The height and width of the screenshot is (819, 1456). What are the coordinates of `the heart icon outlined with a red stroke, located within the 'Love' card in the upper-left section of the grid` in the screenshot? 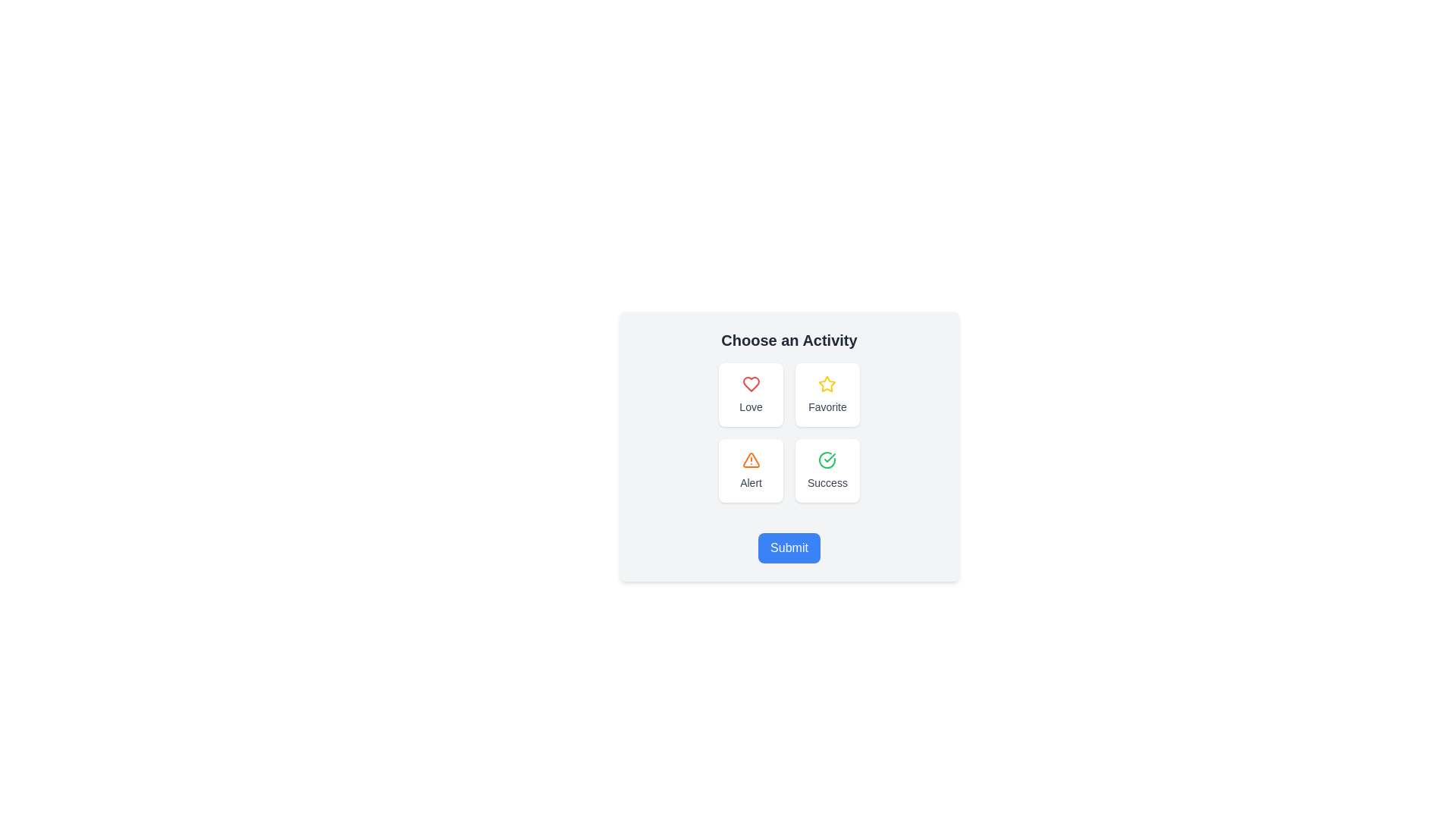 It's located at (751, 383).